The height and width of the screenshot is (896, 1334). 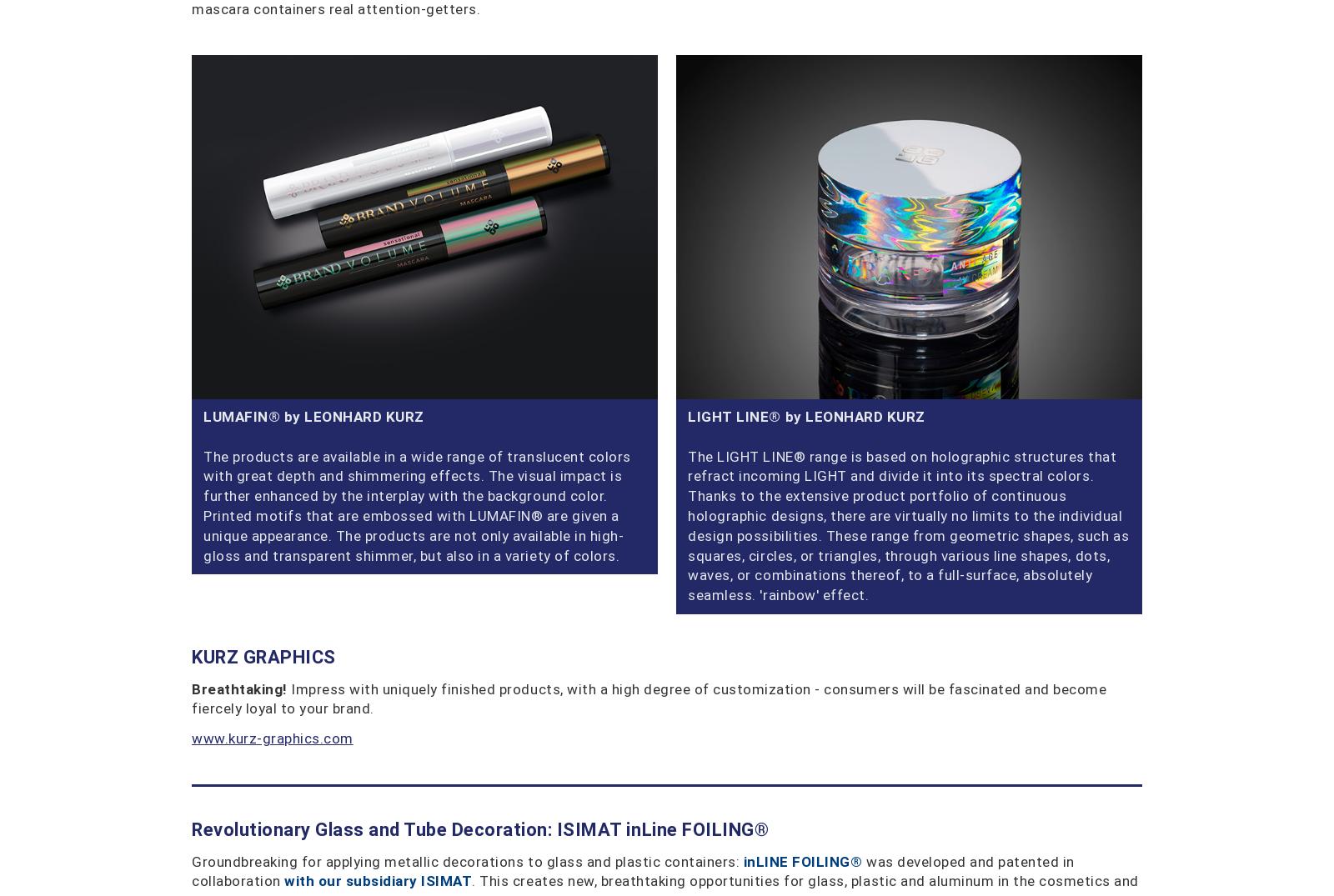 What do you see at coordinates (466, 860) in the screenshot?
I see `'Groundbreaking for applying metallic decorations to glass and plastic containers:'` at bounding box center [466, 860].